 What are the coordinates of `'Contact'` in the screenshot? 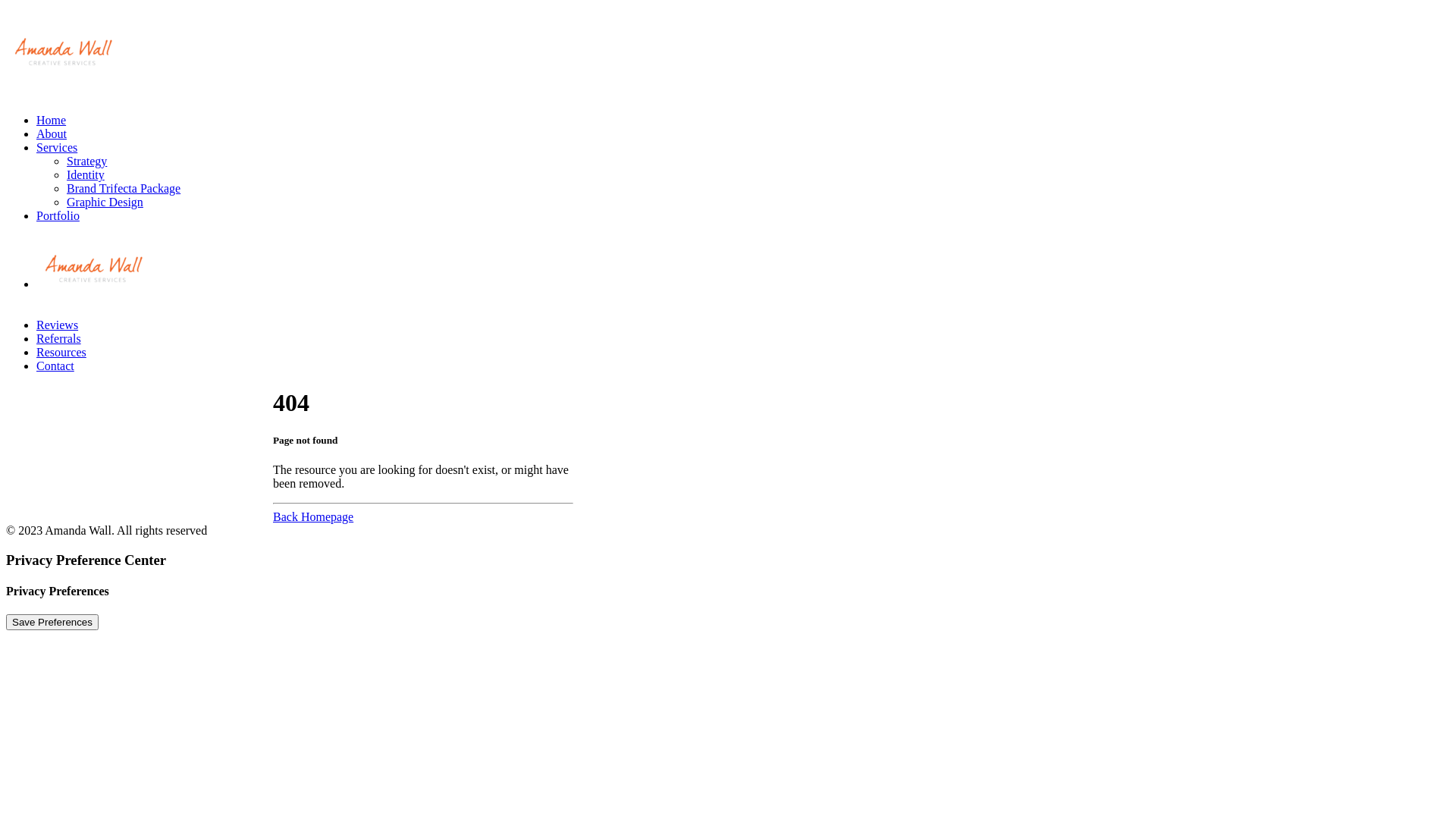 It's located at (36, 366).